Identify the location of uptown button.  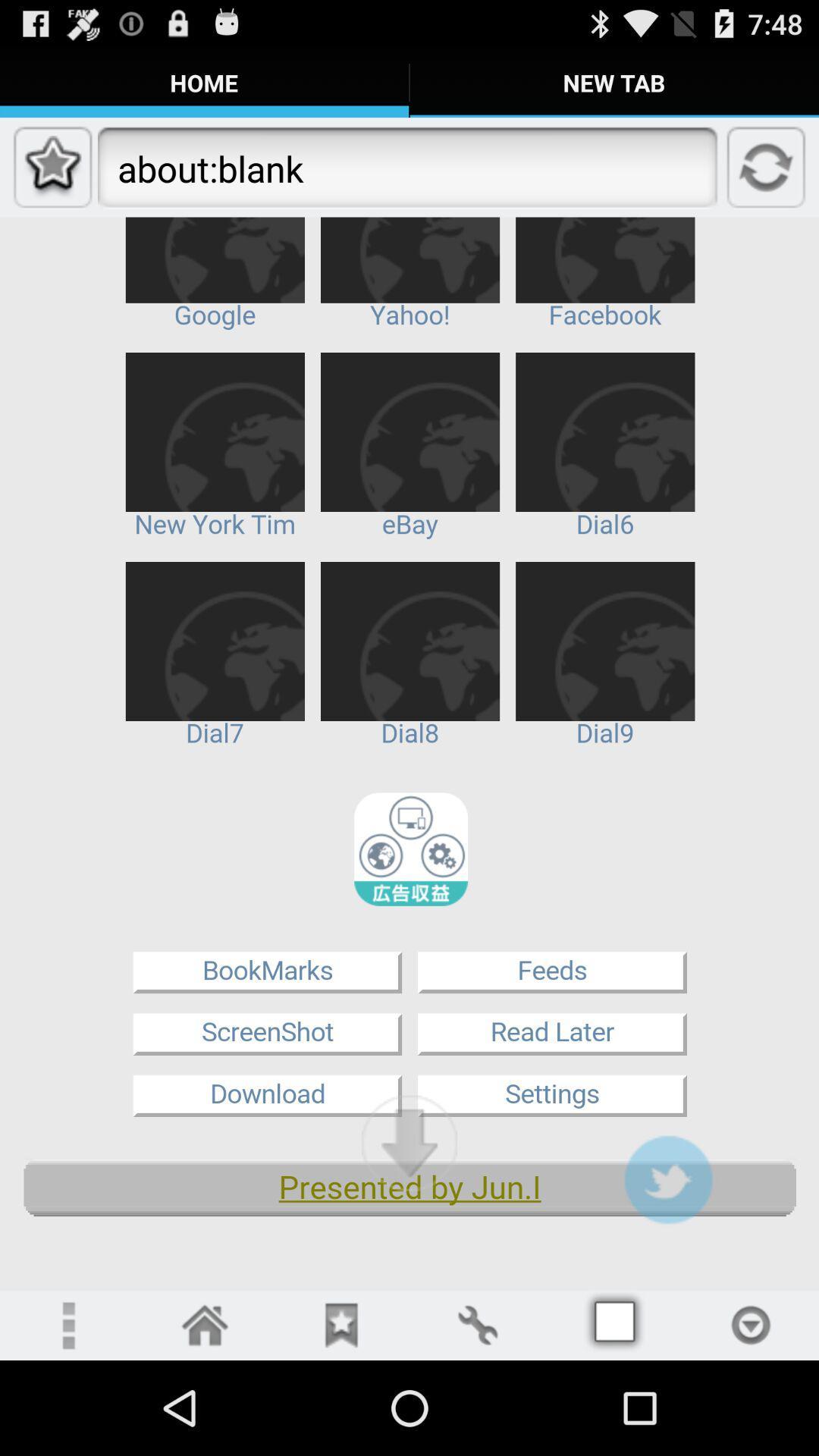
(409, 1143).